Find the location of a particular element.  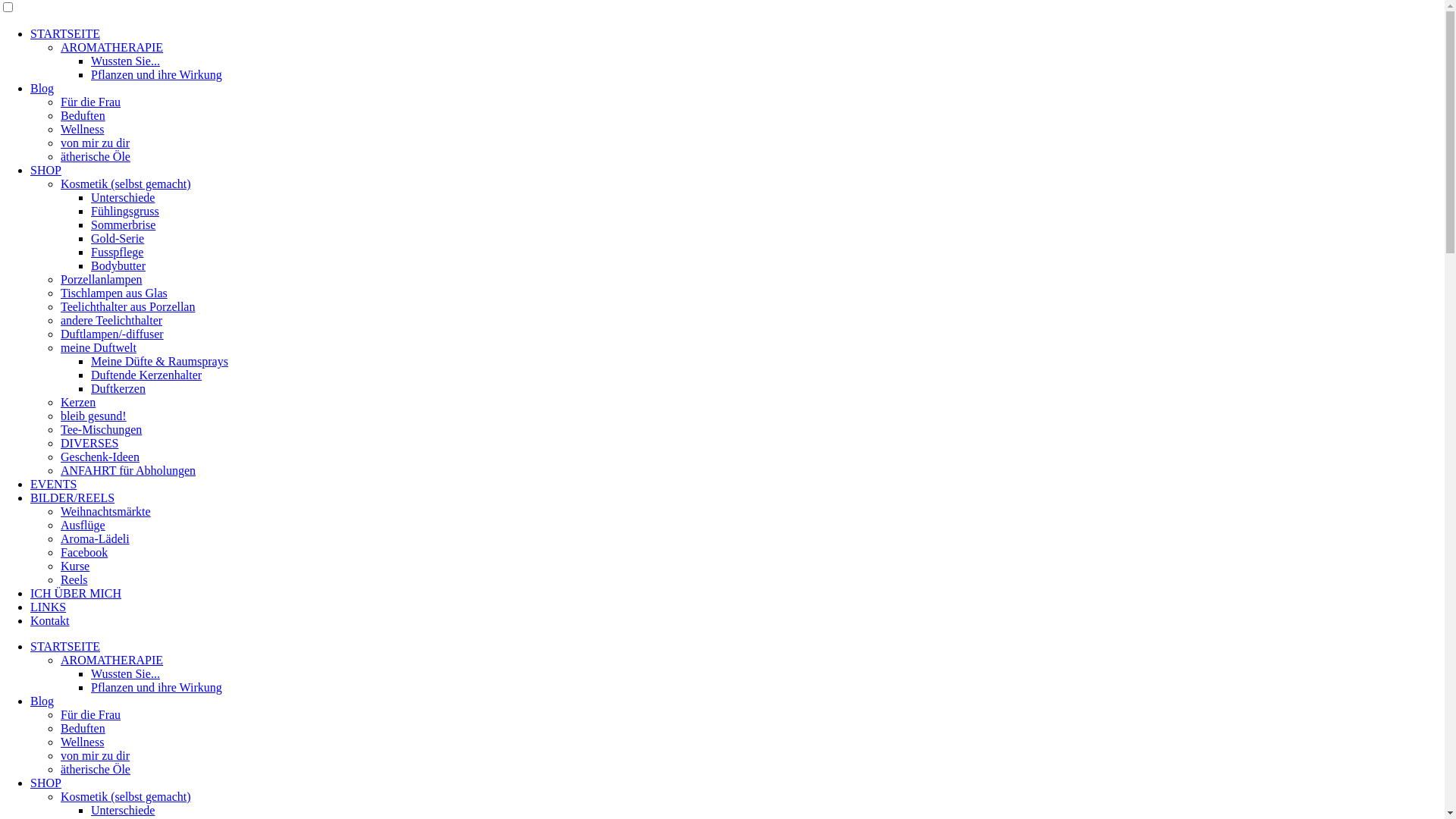

'Blog' is located at coordinates (42, 701).